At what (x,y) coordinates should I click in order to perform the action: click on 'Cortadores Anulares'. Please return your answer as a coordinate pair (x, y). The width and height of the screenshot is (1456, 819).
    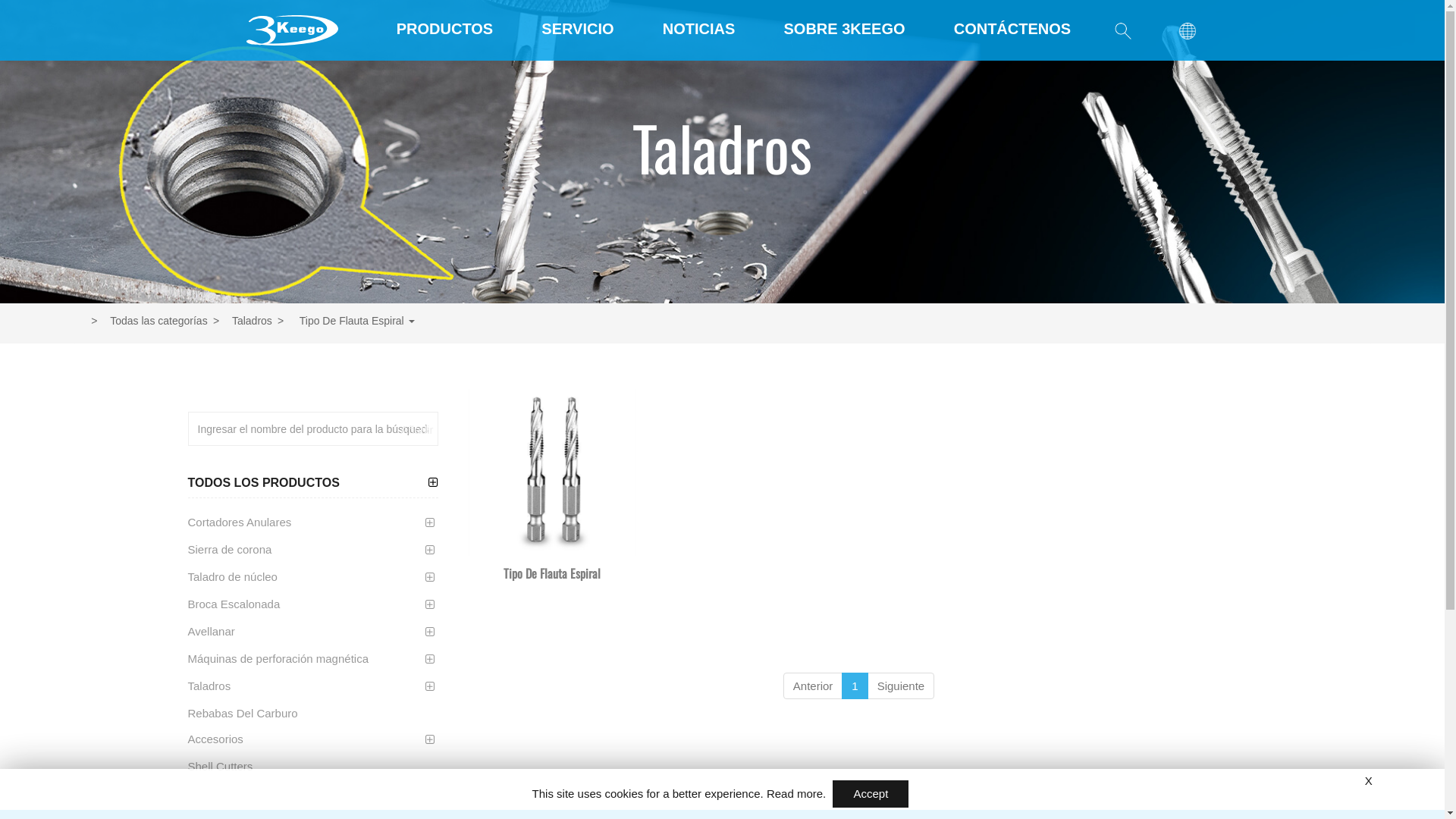
    Looking at the image, I should click on (239, 522).